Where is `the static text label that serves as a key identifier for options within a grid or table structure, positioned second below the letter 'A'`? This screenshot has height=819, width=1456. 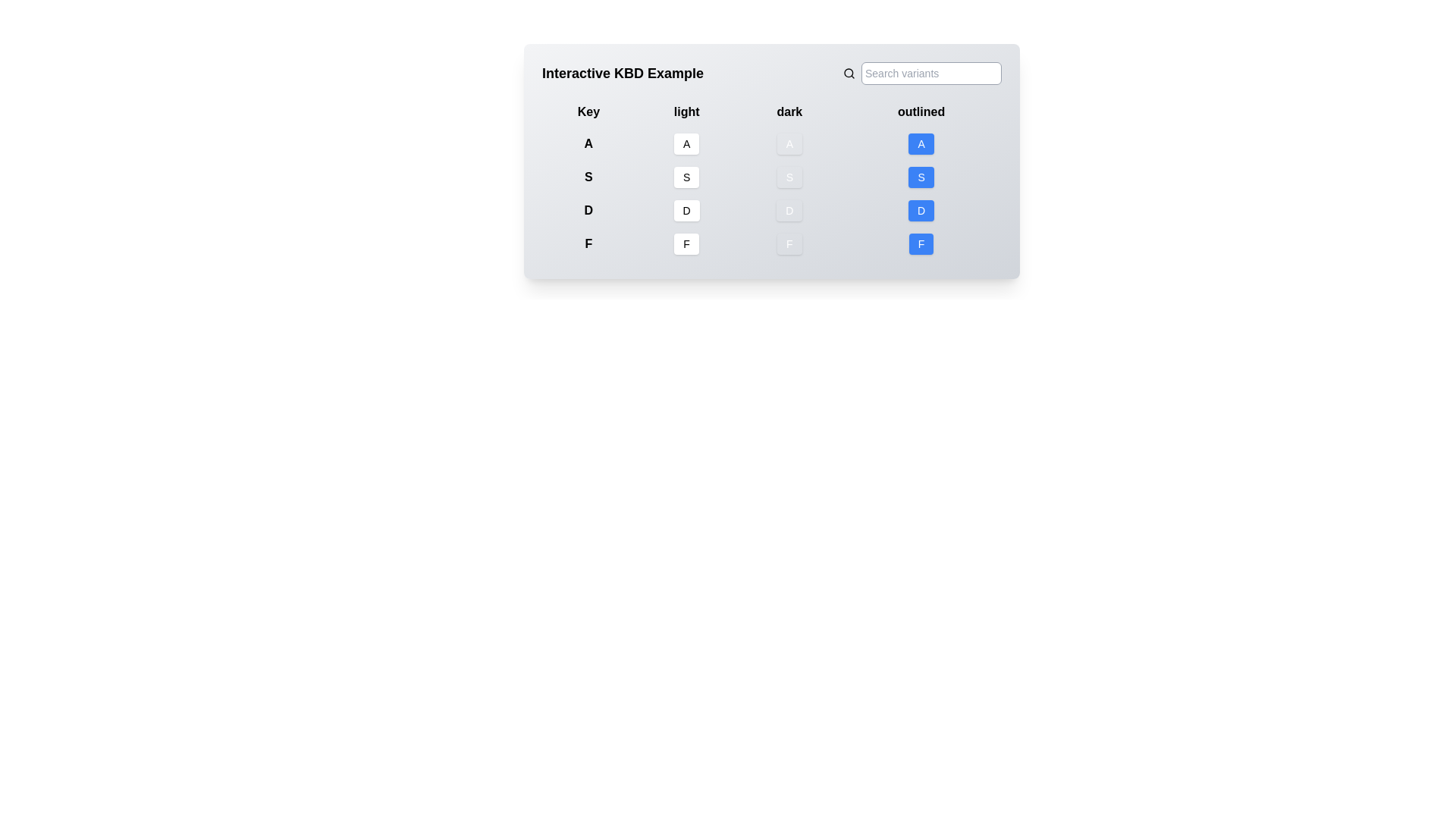
the static text label that serves as a key identifier for options within a grid or table structure, positioned second below the letter 'A' is located at coordinates (588, 177).